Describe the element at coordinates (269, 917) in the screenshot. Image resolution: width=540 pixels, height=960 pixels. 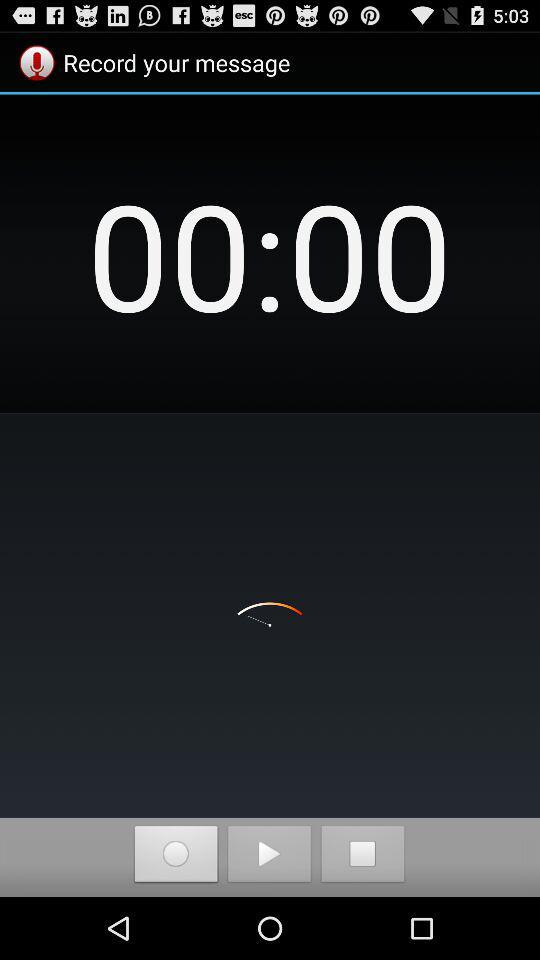
I see `the play icon` at that location.